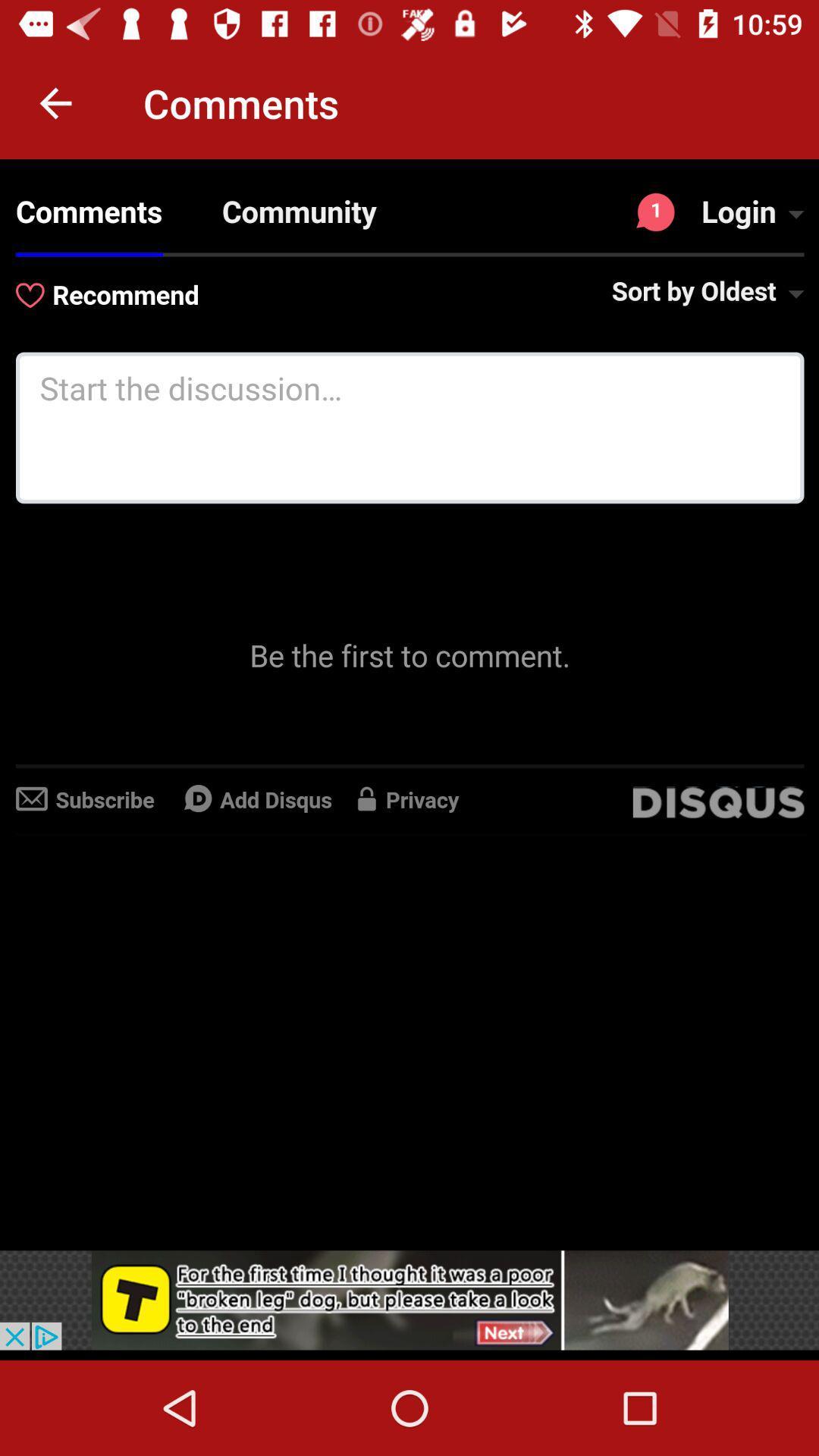 The image size is (819, 1456). What do you see at coordinates (409, 1299) in the screenshot?
I see `details about advertisement` at bounding box center [409, 1299].